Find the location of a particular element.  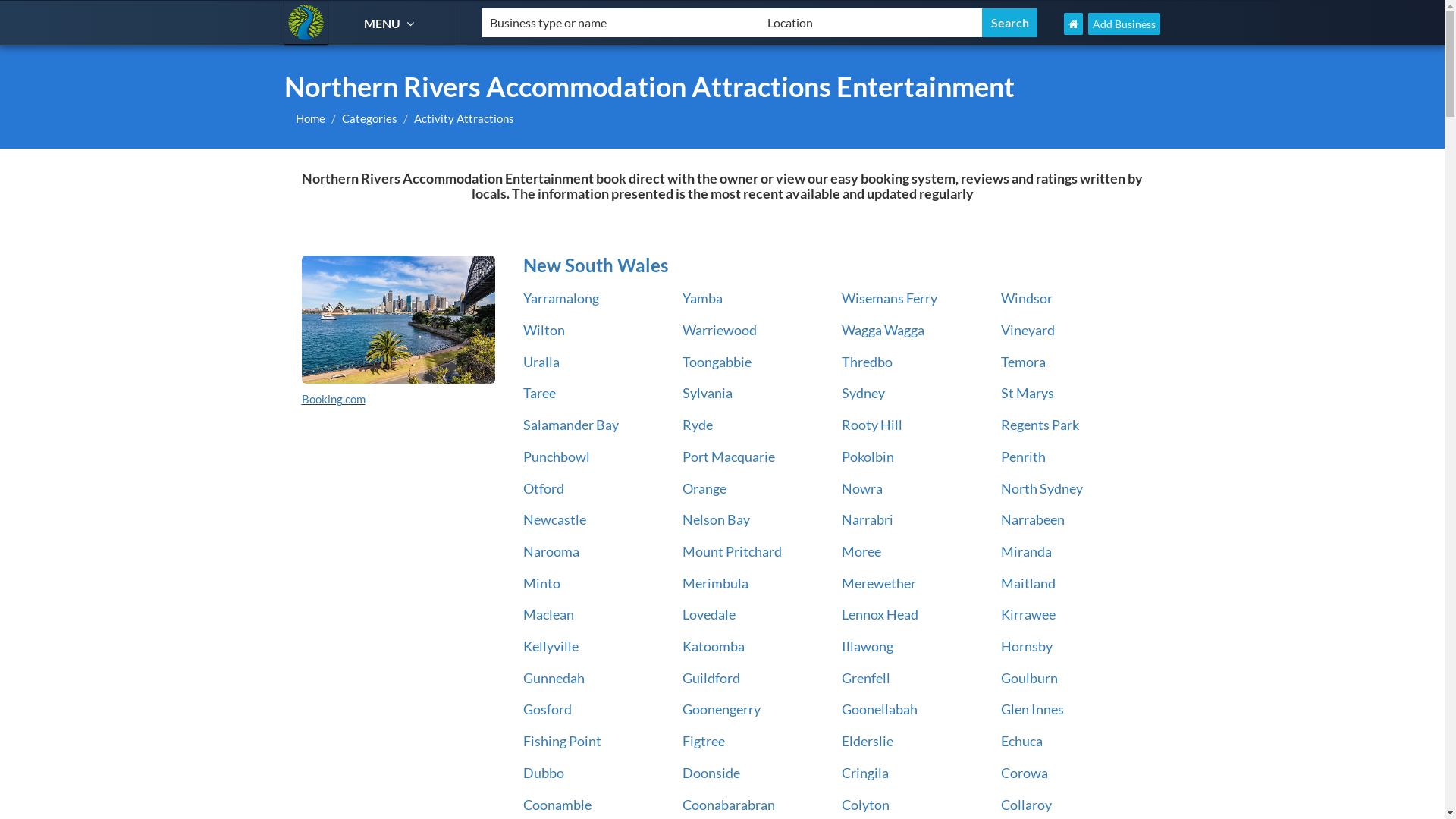

'Warriewood' is located at coordinates (719, 329).